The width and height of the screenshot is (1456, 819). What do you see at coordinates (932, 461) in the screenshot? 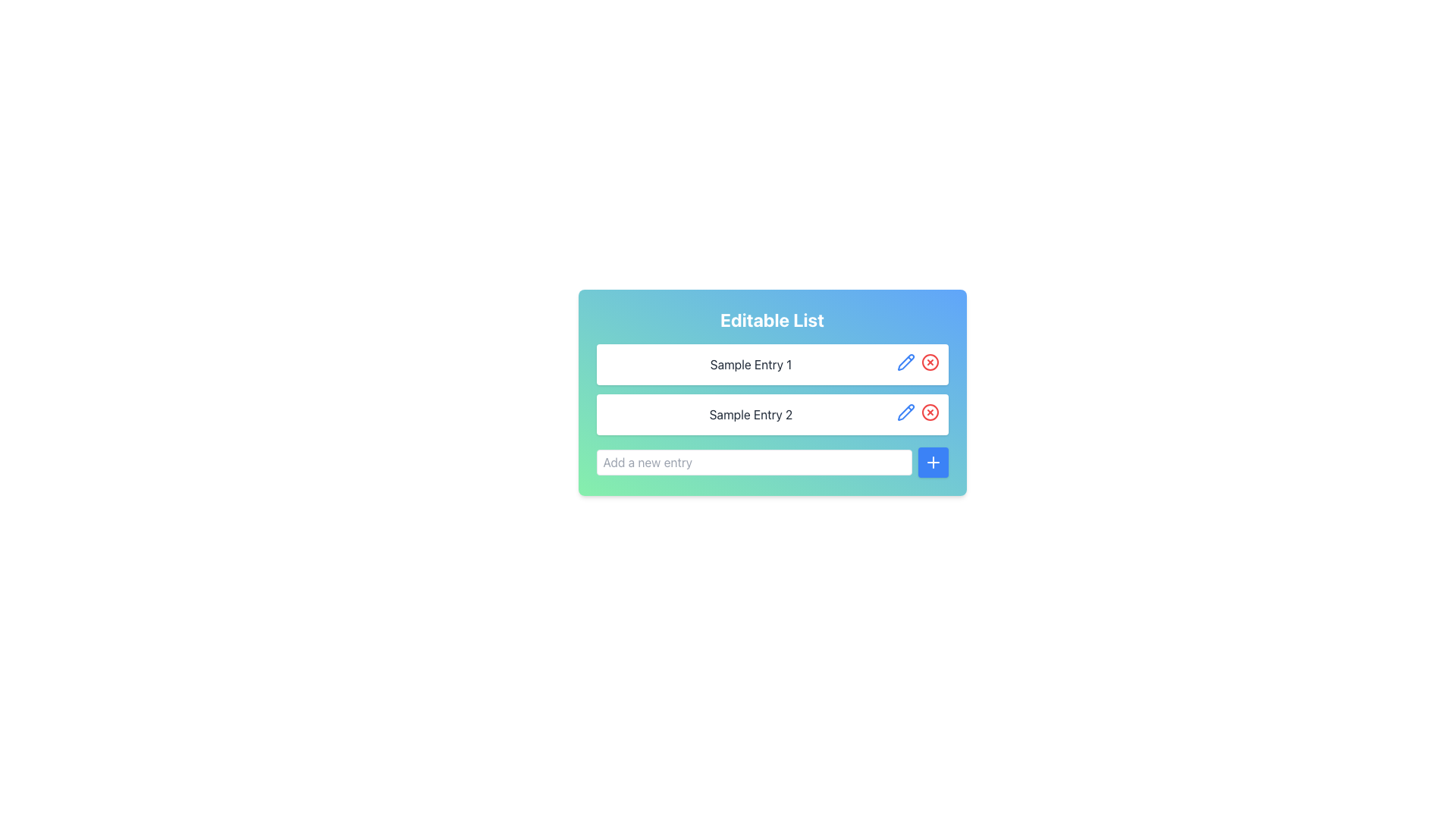
I see `the 'Add a new entry' button located within a blue-green gradient box at the bottom of the list to append a new item` at bounding box center [932, 461].